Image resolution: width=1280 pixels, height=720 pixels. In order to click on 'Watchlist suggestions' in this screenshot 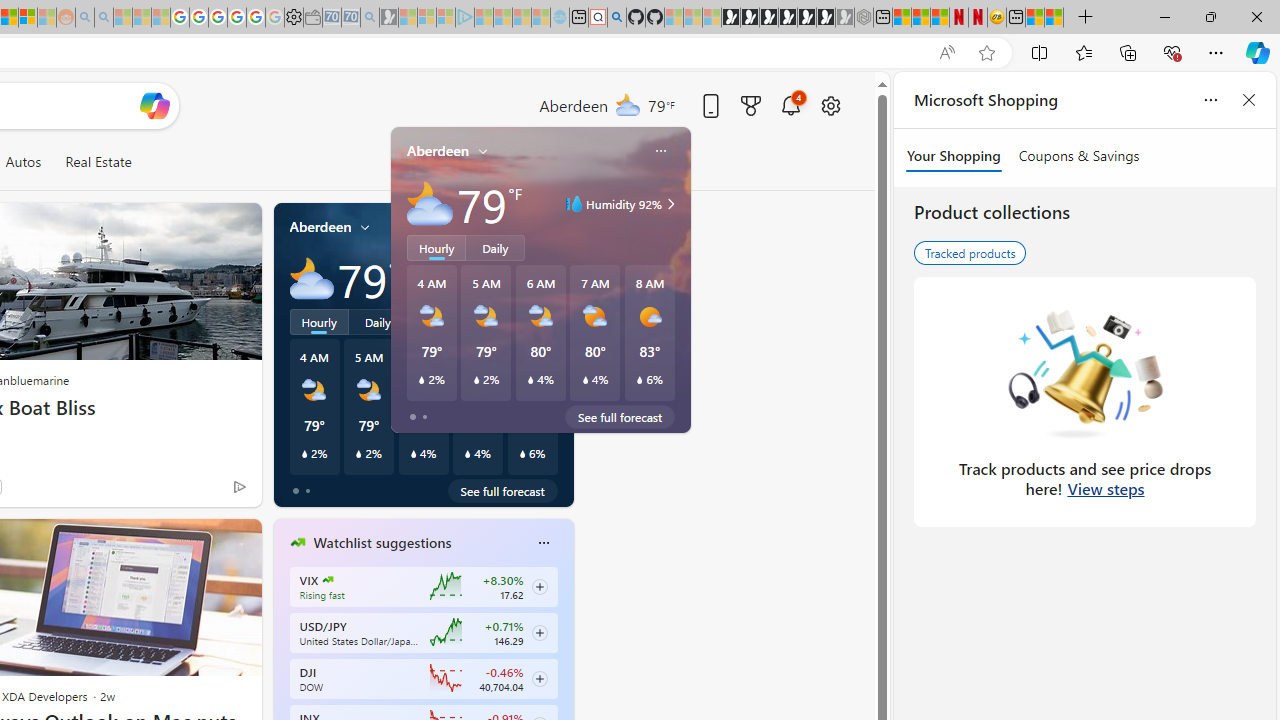, I will do `click(382, 543)`.